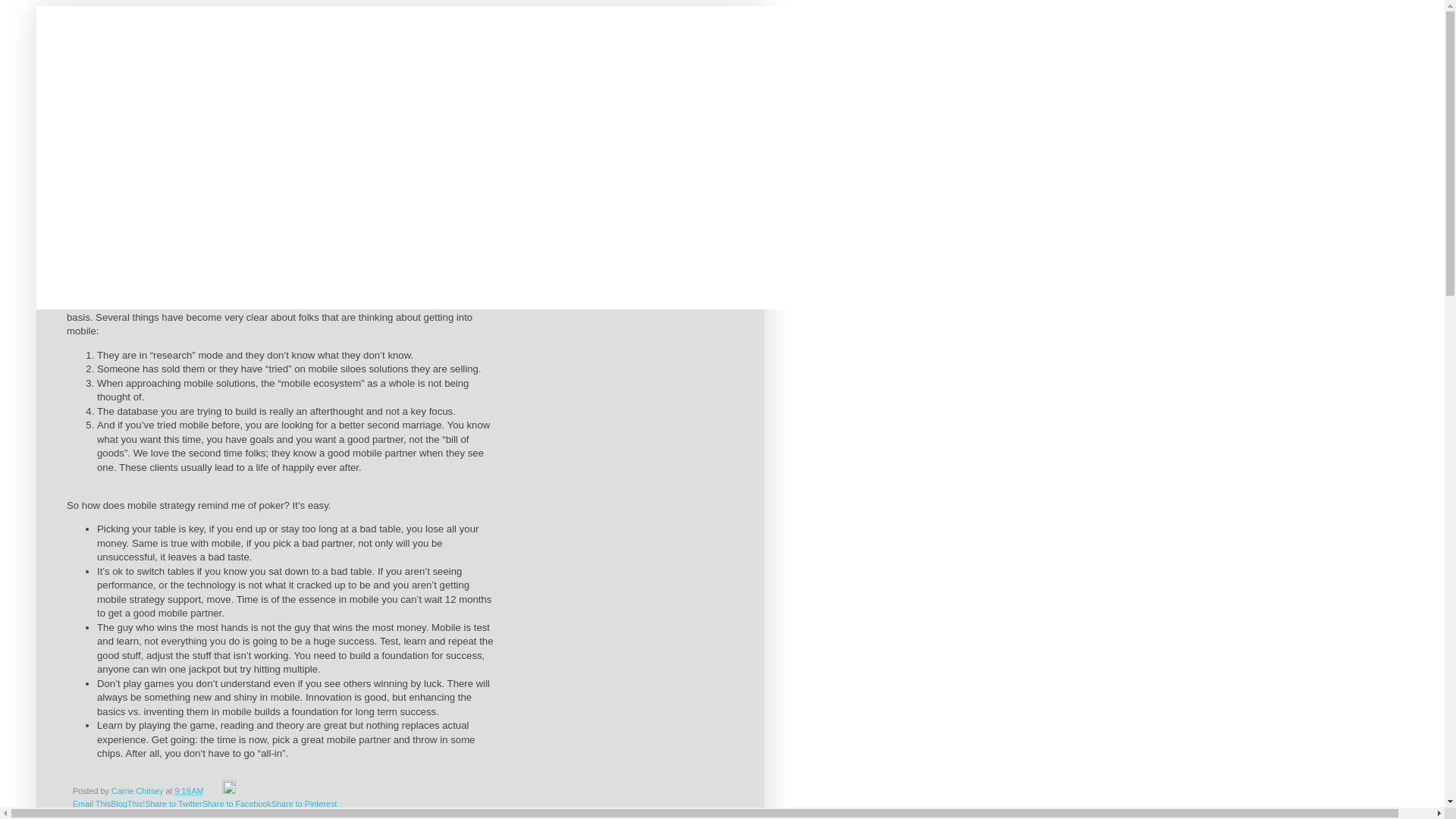 This screenshot has width=1456, height=819. What do you see at coordinates (173, 803) in the screenshot?
I see `'Share to Twitter'` at bounding box center [173, 803].